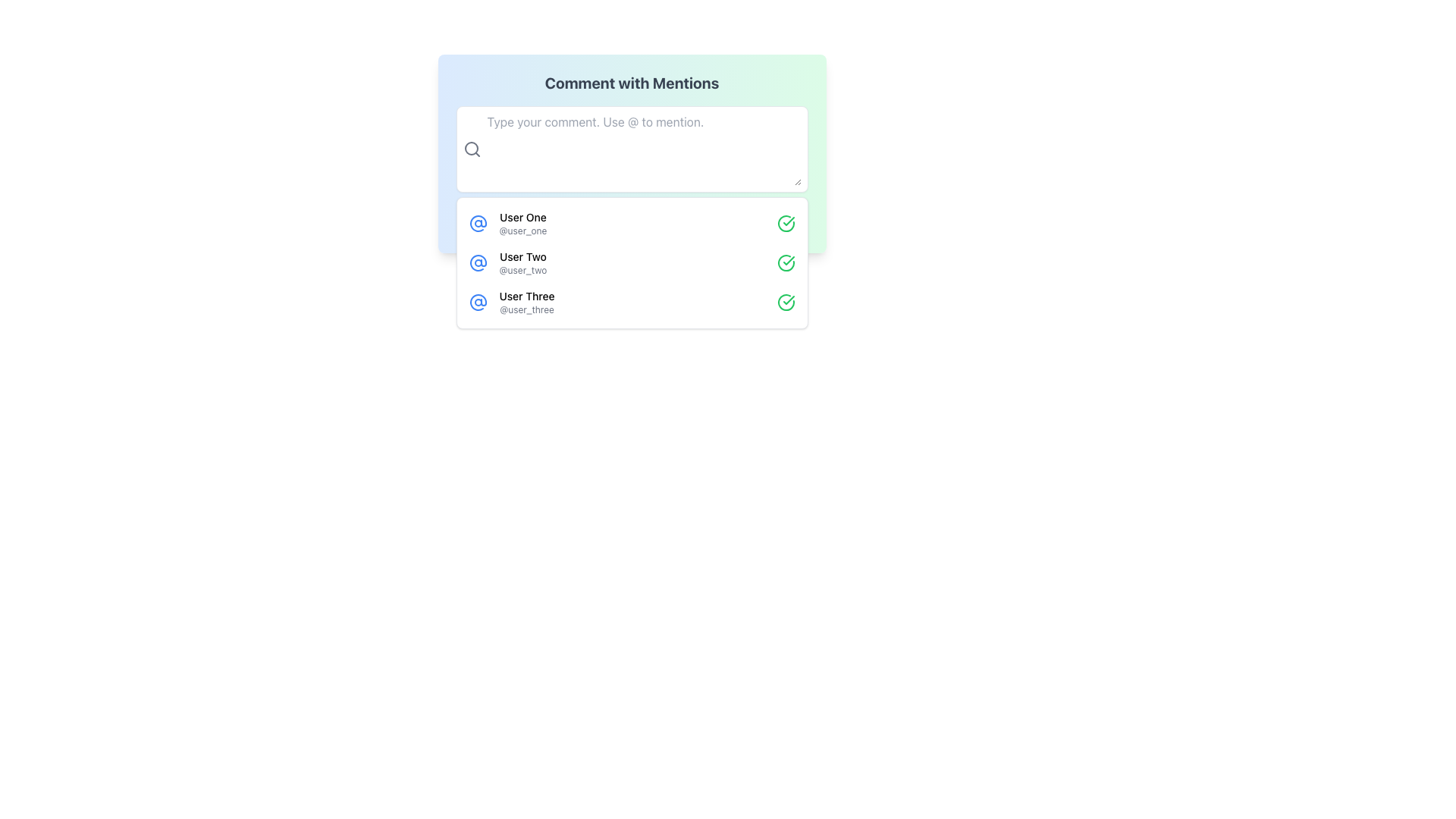 The width and height of the screenshot is (1456, 819). I want to click on the second list item that allows a user to select '@user_two' in the user mention dropdown interface, so click(632, 262).